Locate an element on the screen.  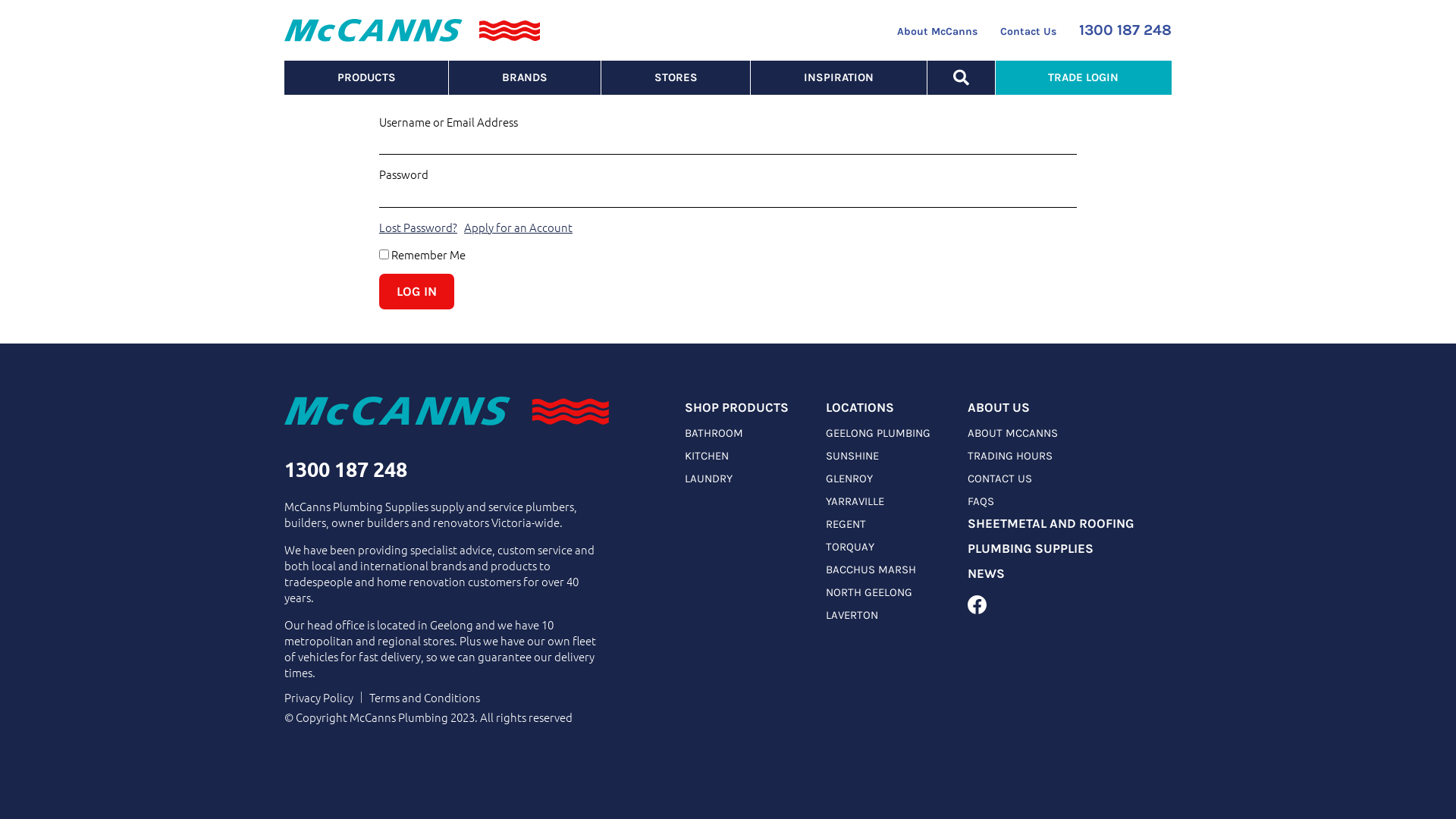
'1300 187 248' is located at coordinates (1078, 30).